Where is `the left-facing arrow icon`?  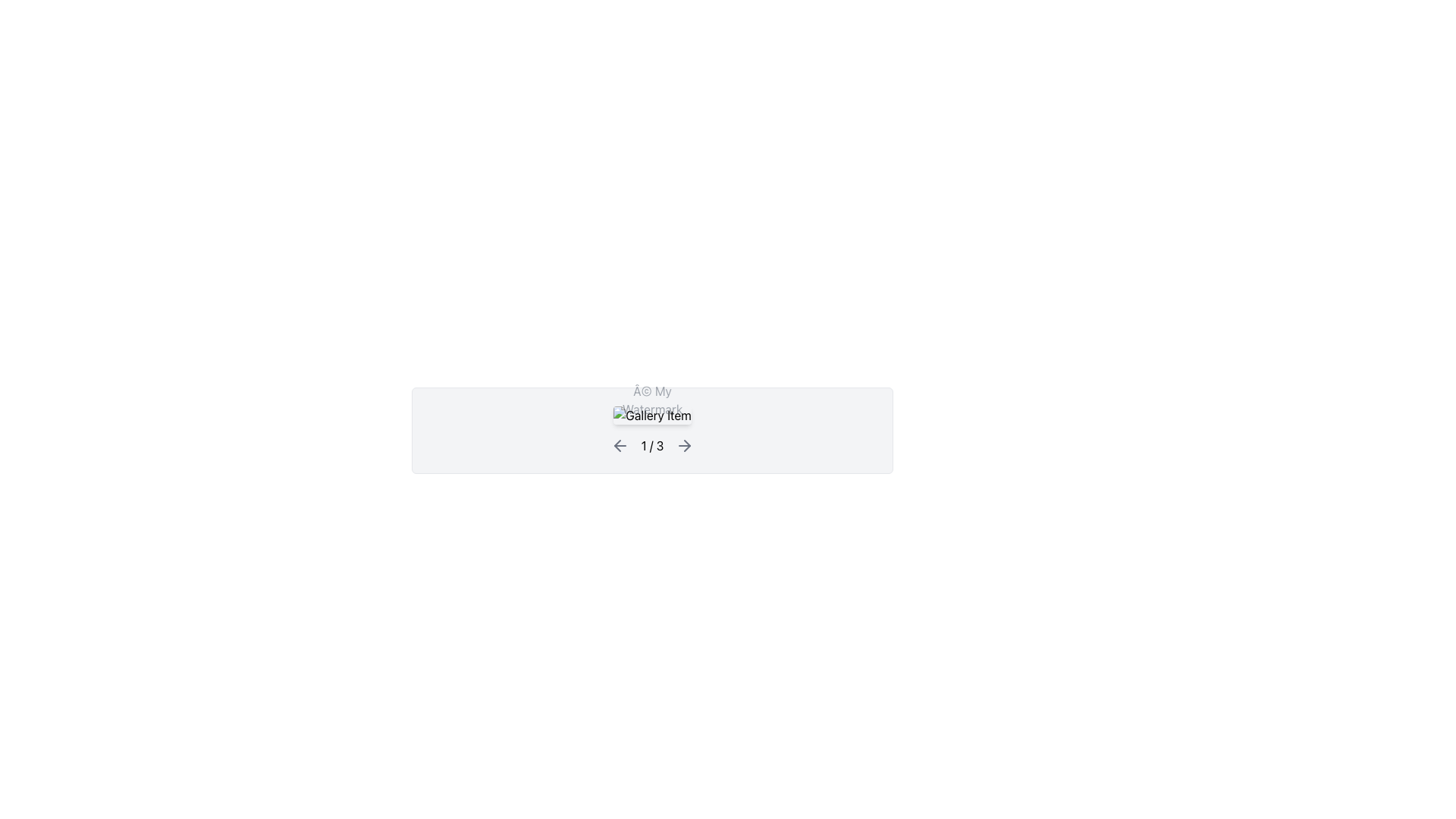
the left-facing arrow icon is located at coordinates (617, 444).